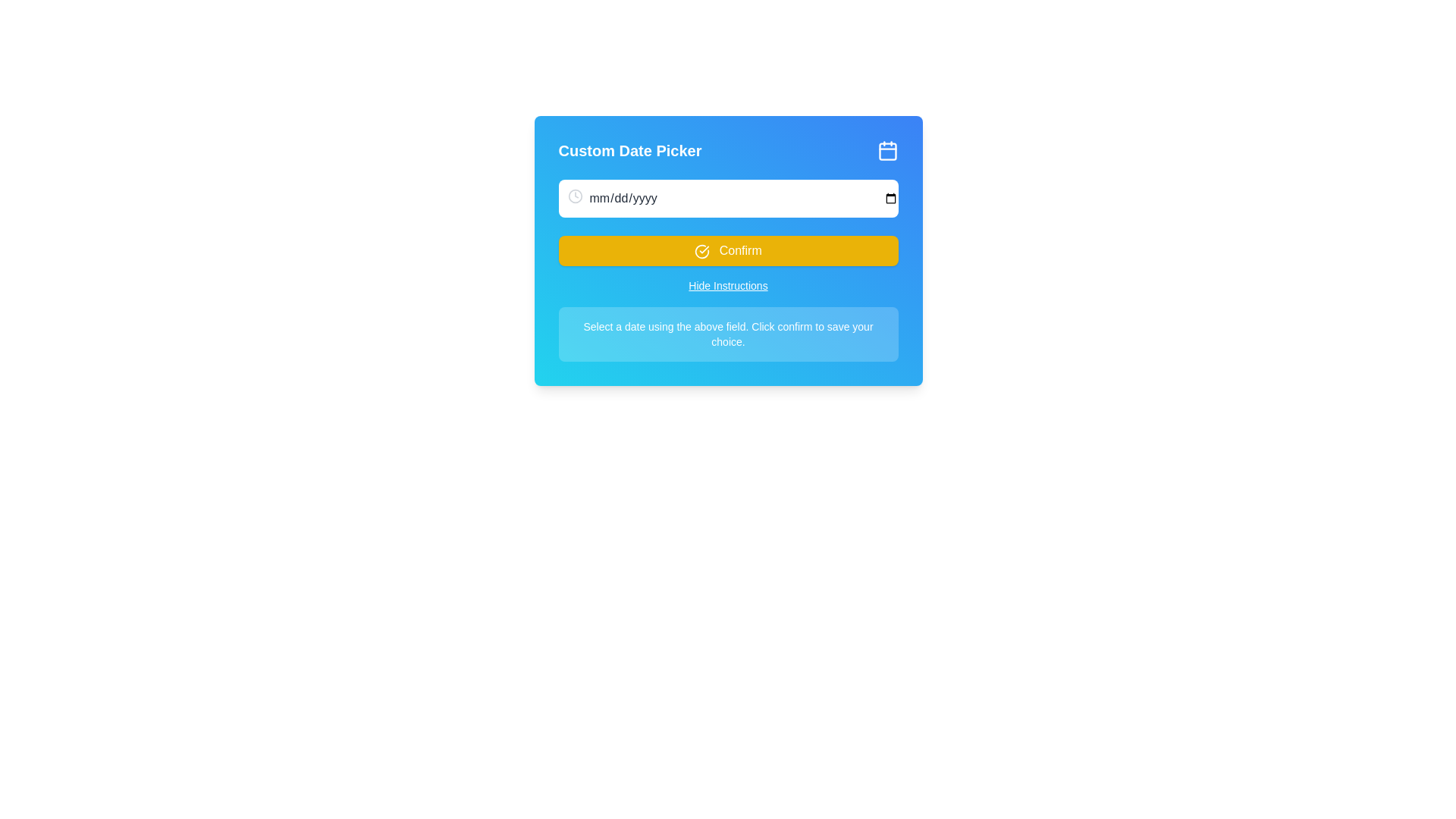 The image size is (1456, 819). I want to click on the calendar icon displayed in white on a blue background, located in the top-right corner of the 'Custom Date Picker' card, so click(887, 151).